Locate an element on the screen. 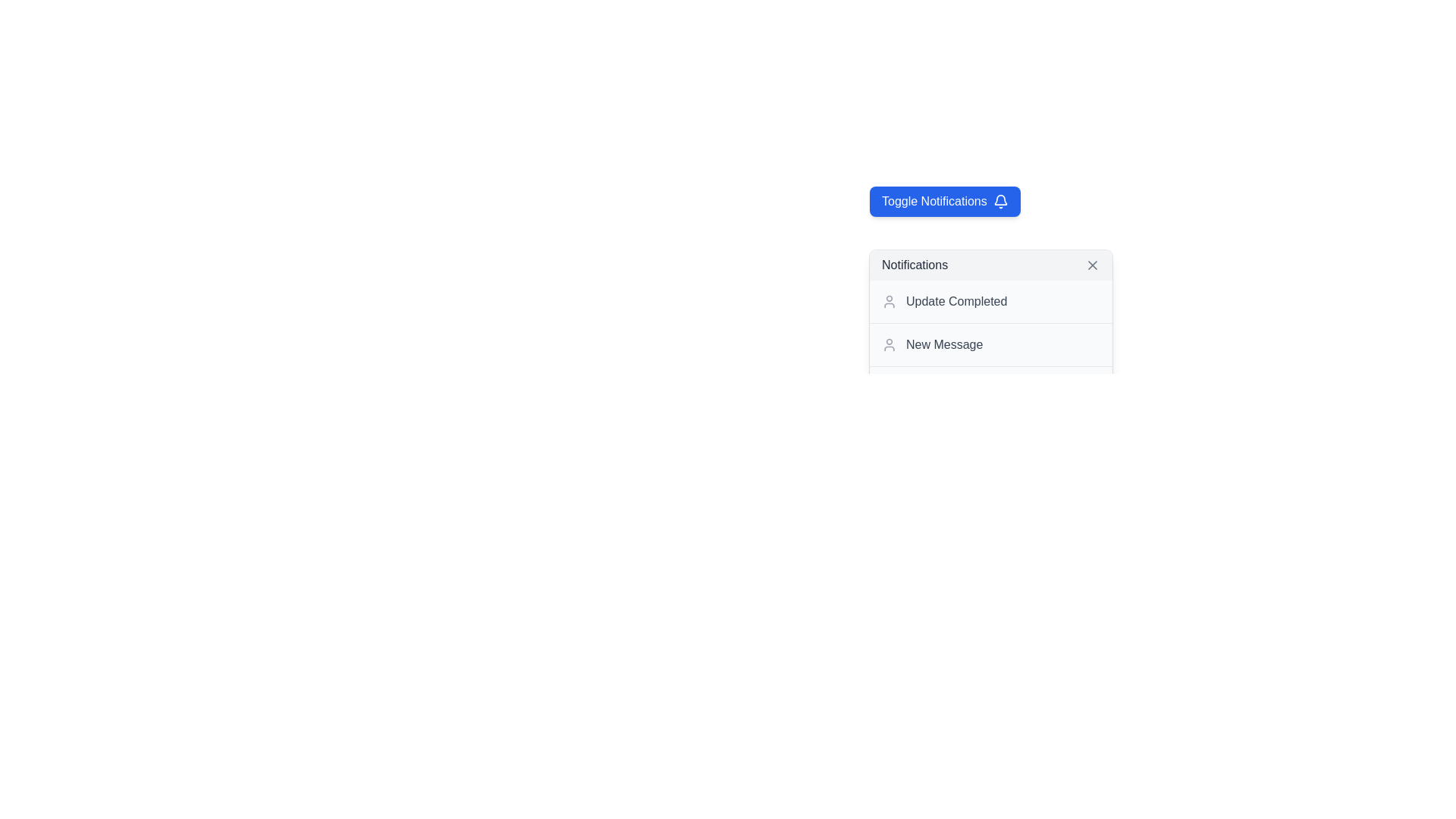 The image size is (1456, 819). text label displaying 'Notifications' located in the top-left corner of the notification panel header is located at coordinates (914, 265).